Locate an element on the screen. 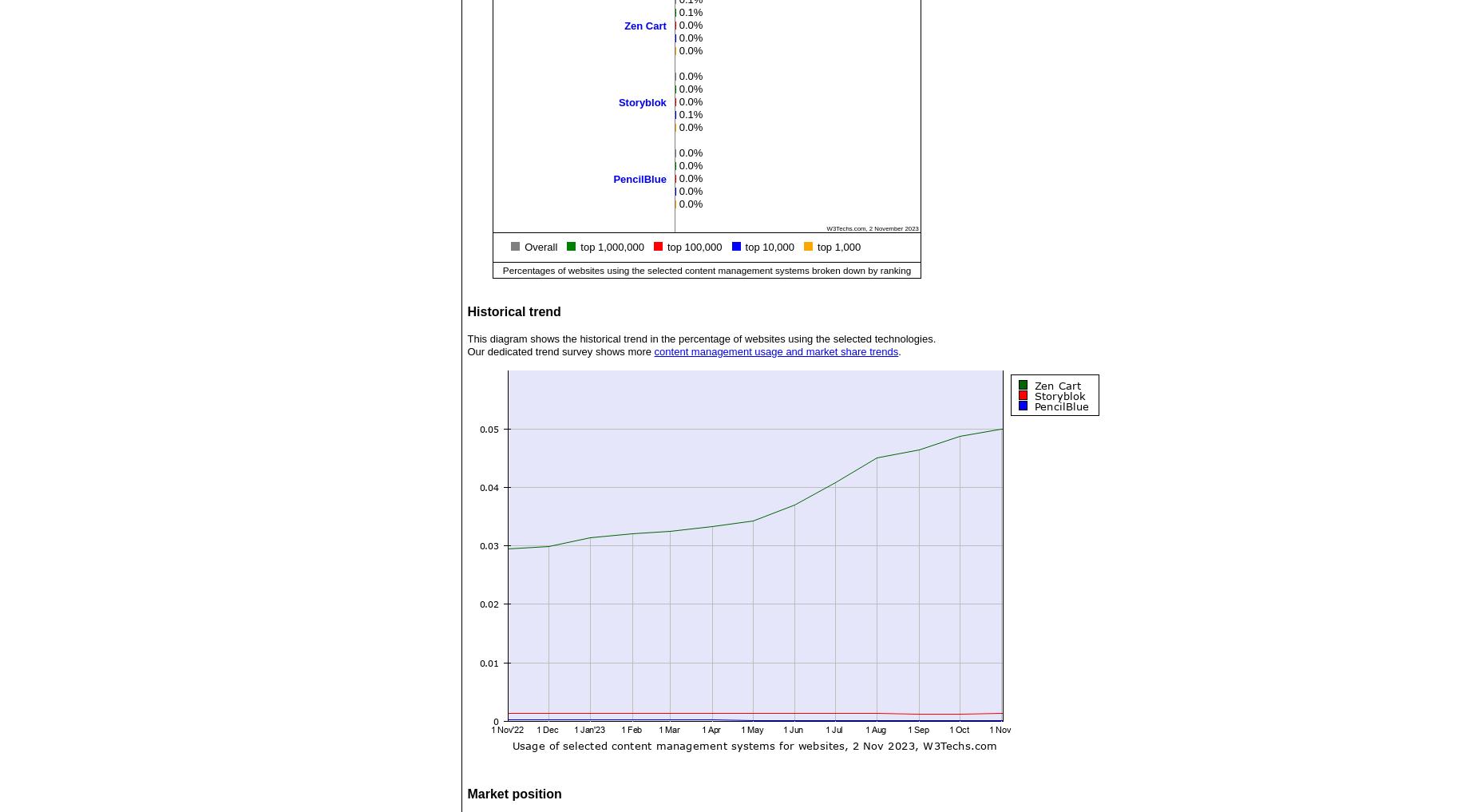  'Historical trend' is located at coordinates (513, 311).